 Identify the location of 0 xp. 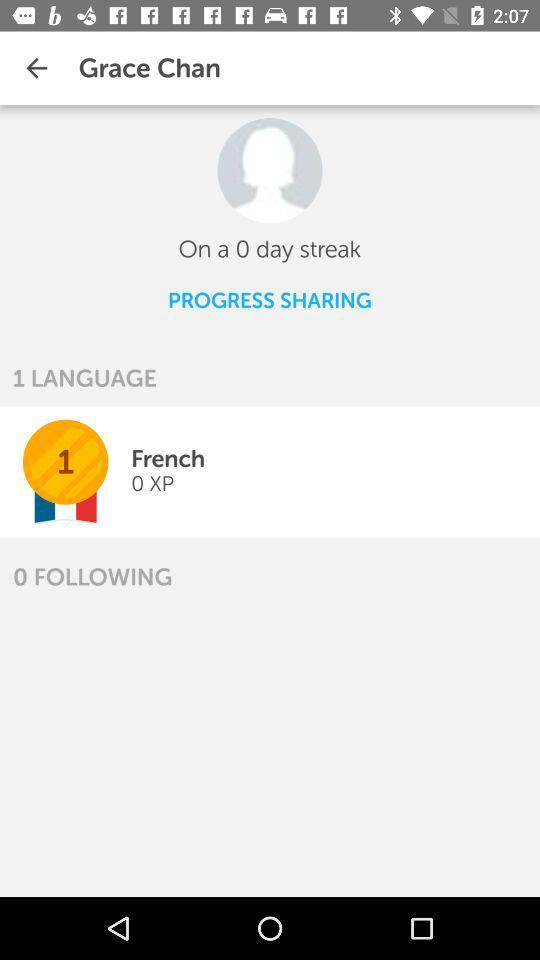
(151, 482).